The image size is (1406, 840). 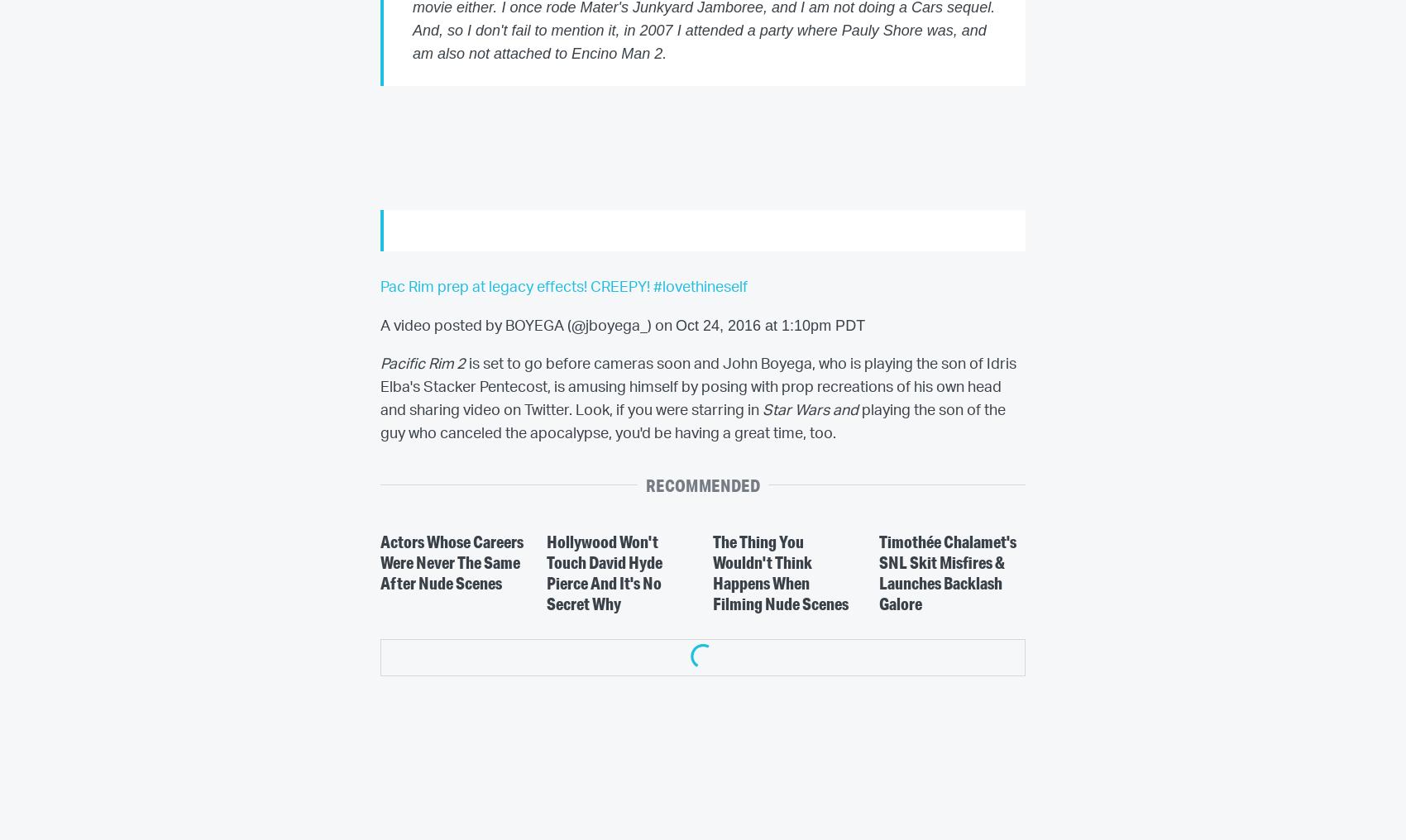 What do you see at coordinates (603, 571) in the screenshot?
I see `'Hollywood Won't Touch David Hyde Pierce And It's No Secret Why'` at bounding box center [603, 571].